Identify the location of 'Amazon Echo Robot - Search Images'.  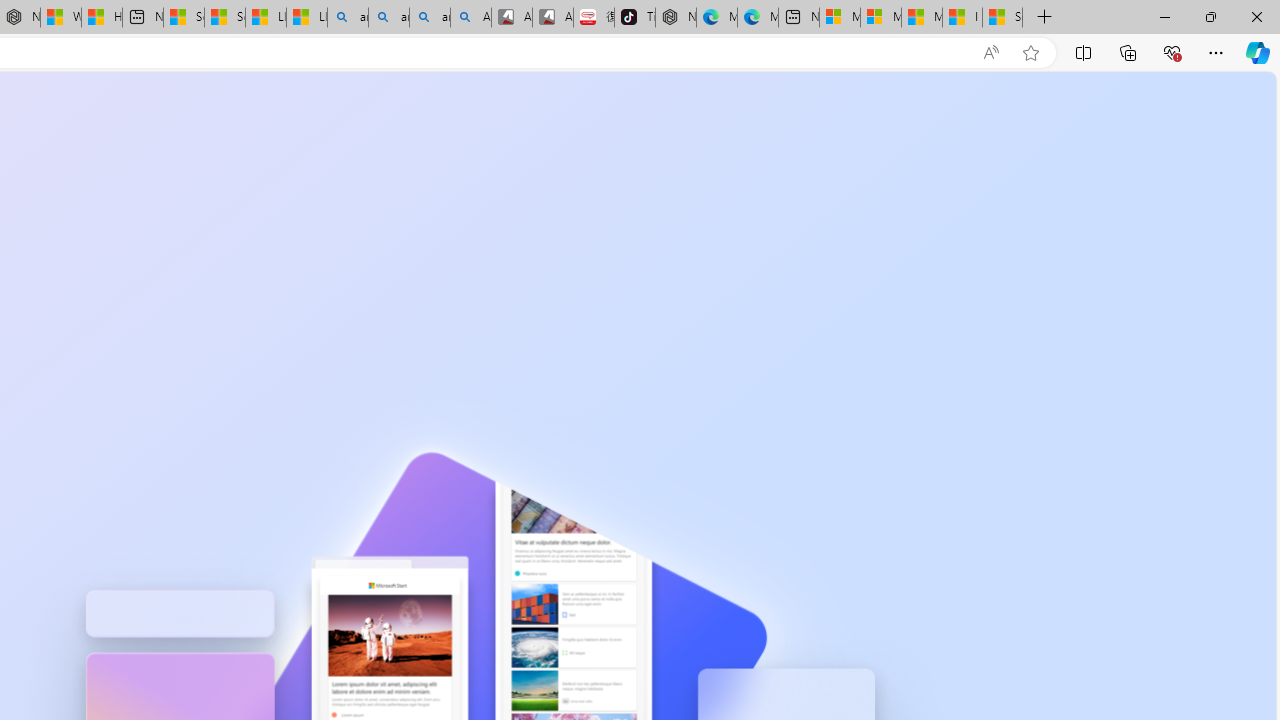
(470, 17).